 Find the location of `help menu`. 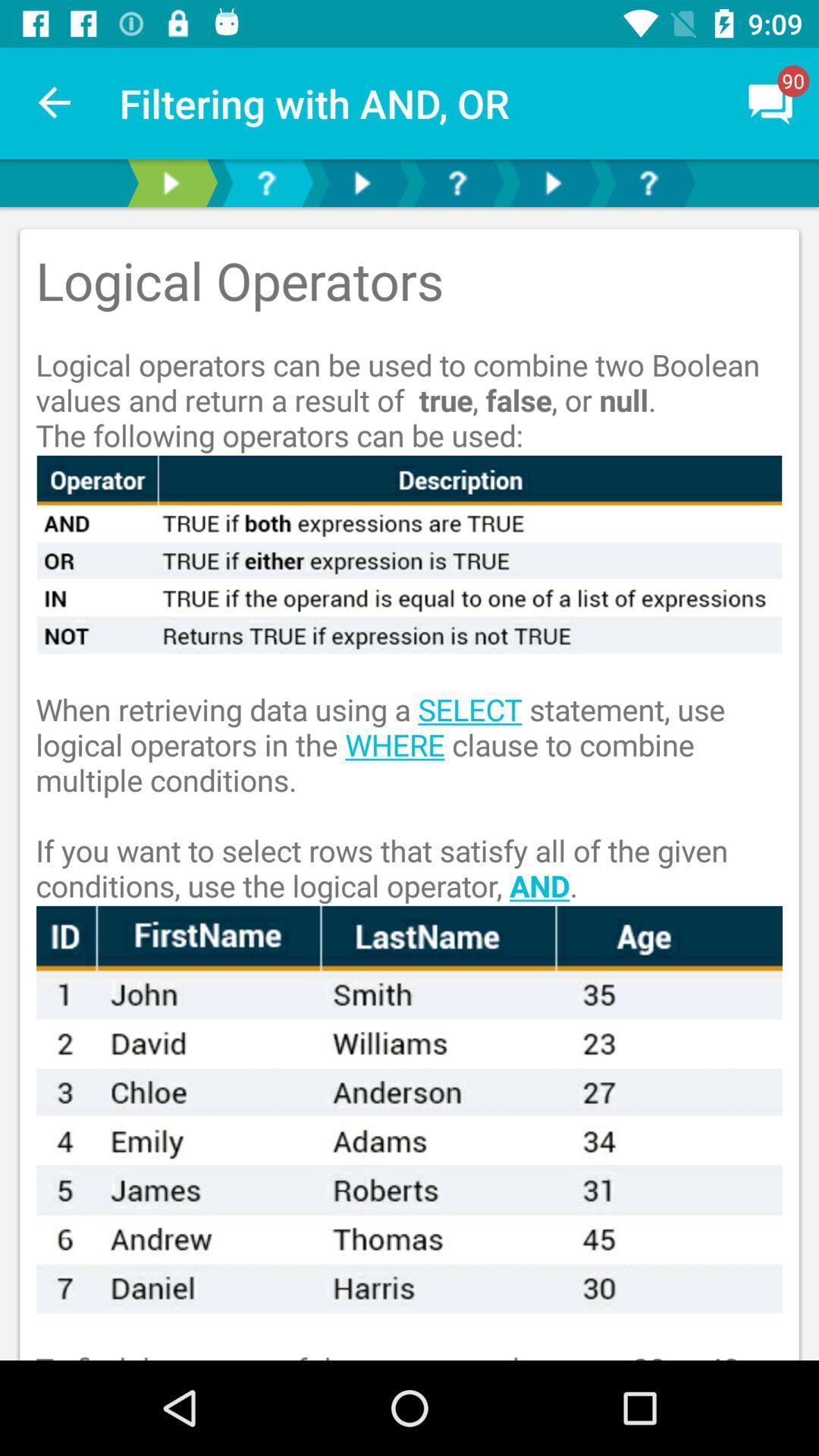

help menu is located at coordinates (648, 182).